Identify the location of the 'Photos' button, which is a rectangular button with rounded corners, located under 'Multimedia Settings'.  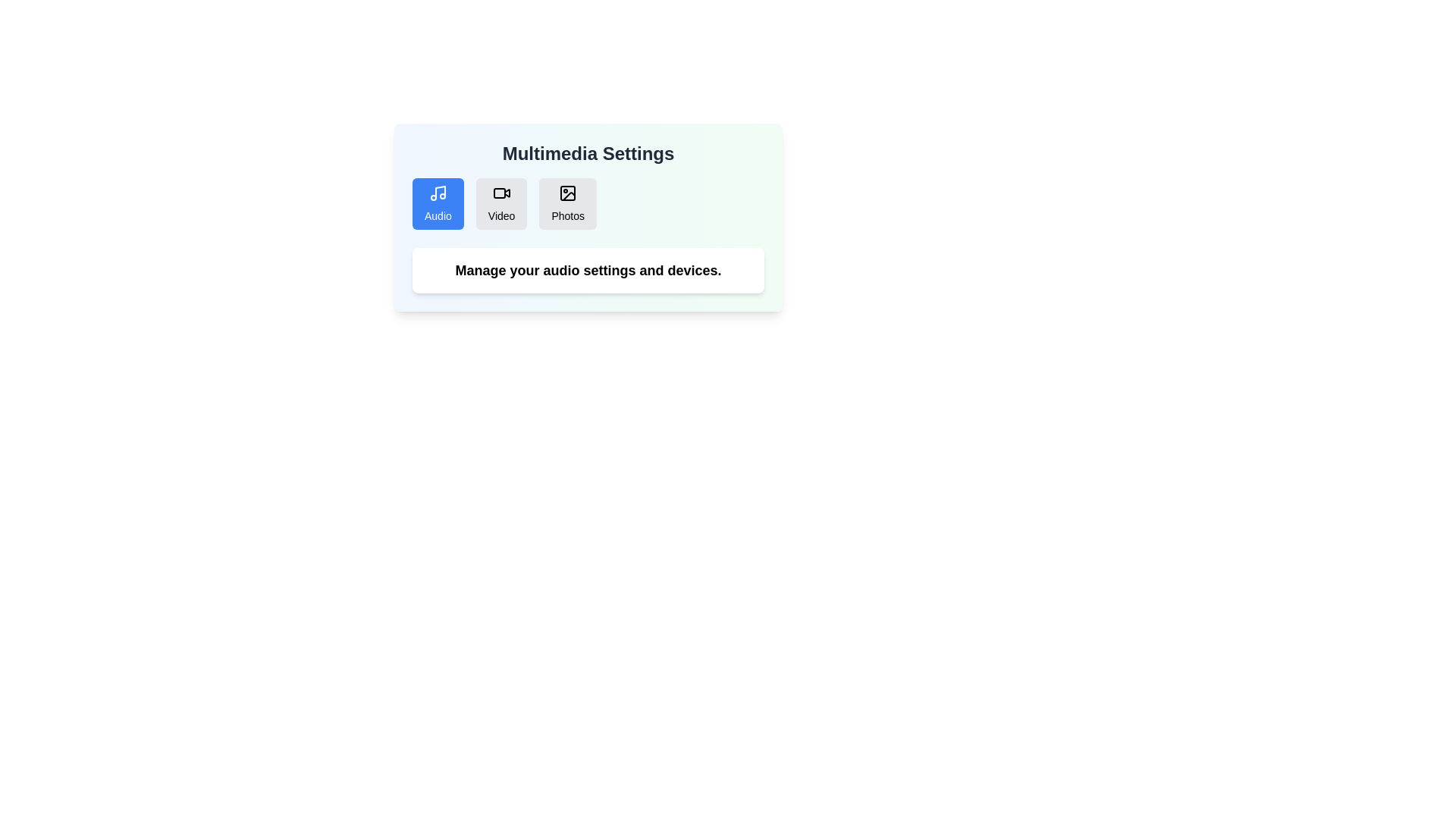
(567, 203).